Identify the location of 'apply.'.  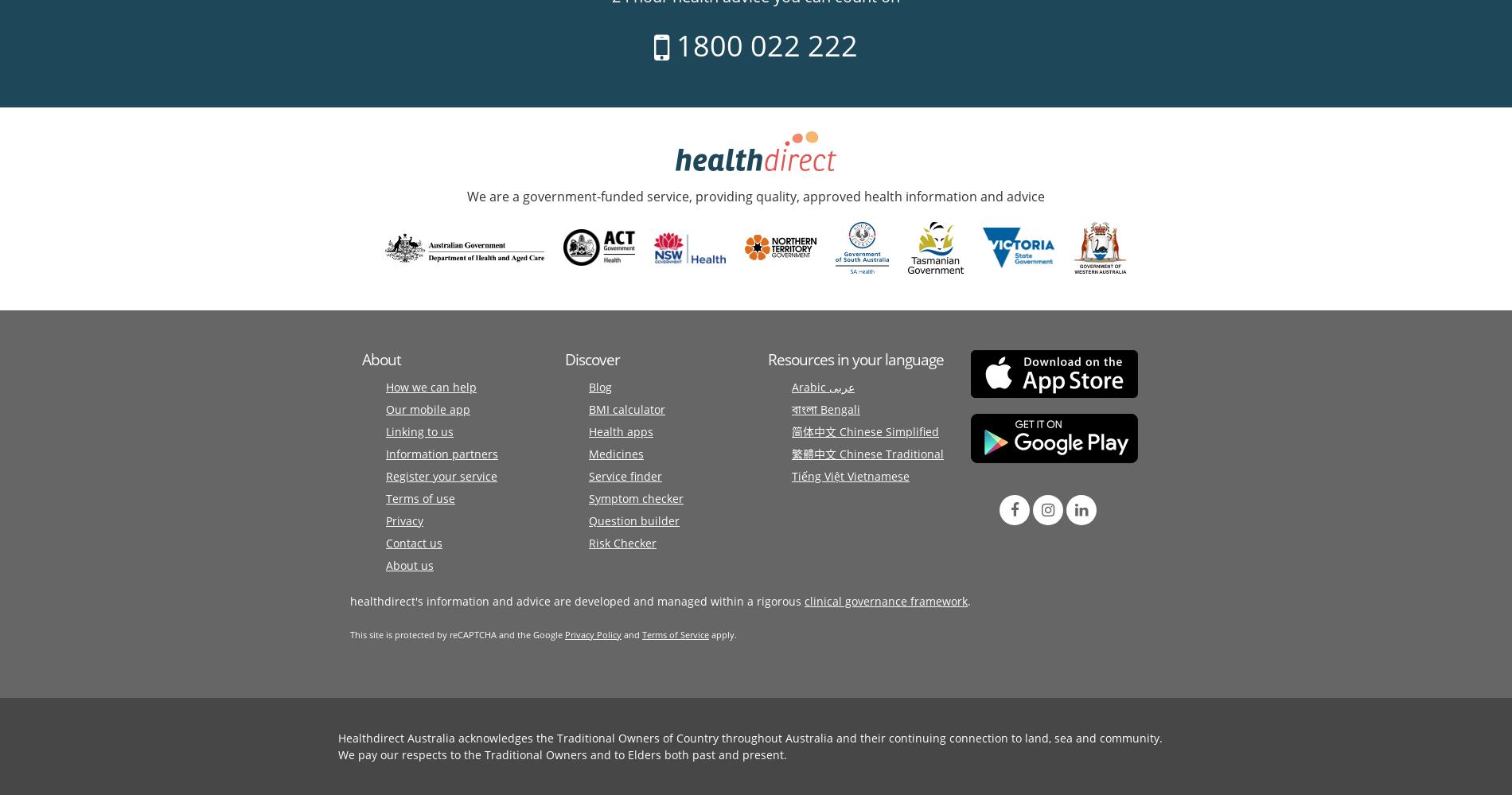
(722, 633).